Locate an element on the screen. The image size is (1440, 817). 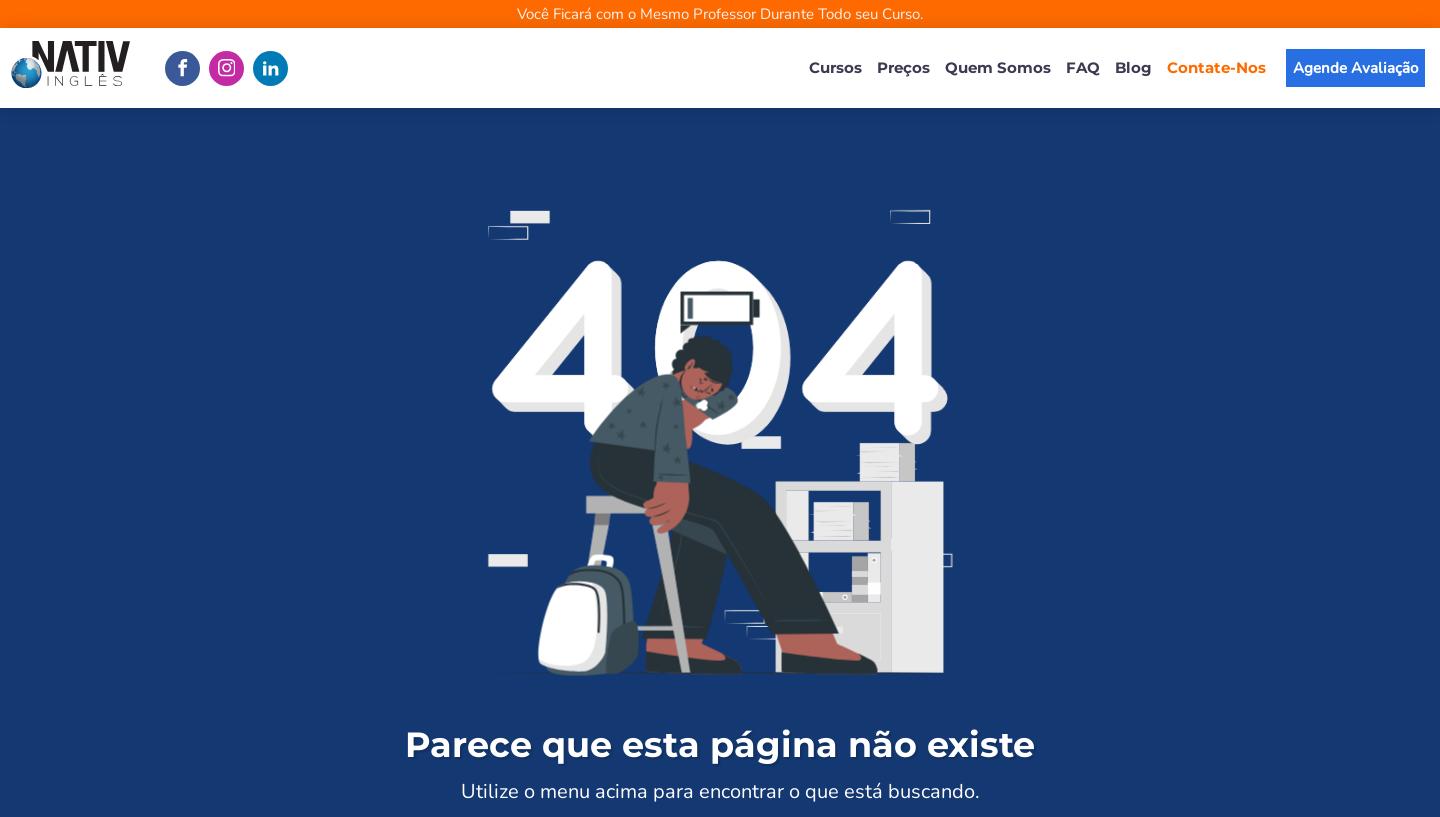
'Curso de Inglês Business' is located at coordinates (905, 146).